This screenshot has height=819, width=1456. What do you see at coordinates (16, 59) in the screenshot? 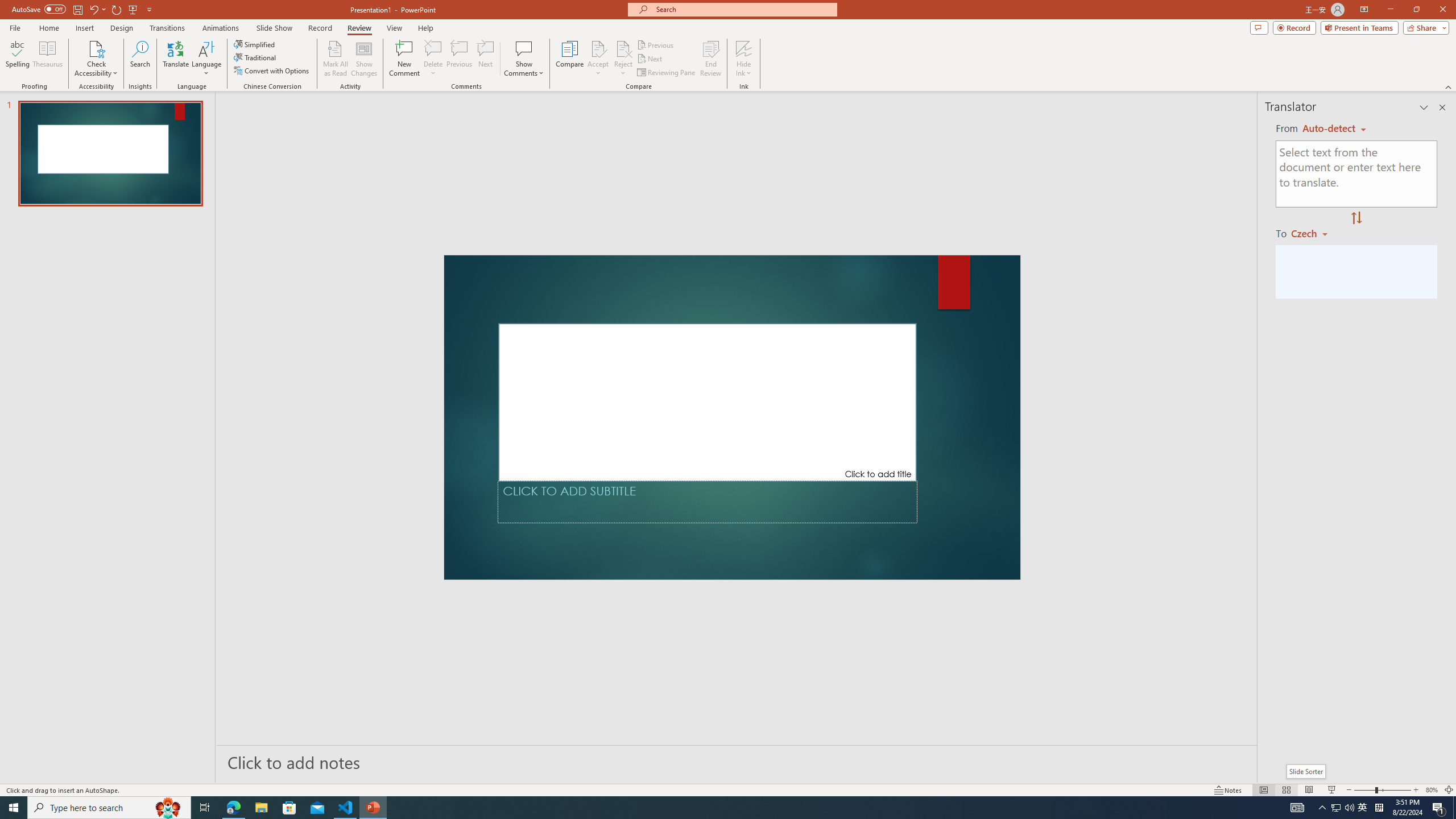
I see `'Spelling...'` at bounding box center [16, 59].